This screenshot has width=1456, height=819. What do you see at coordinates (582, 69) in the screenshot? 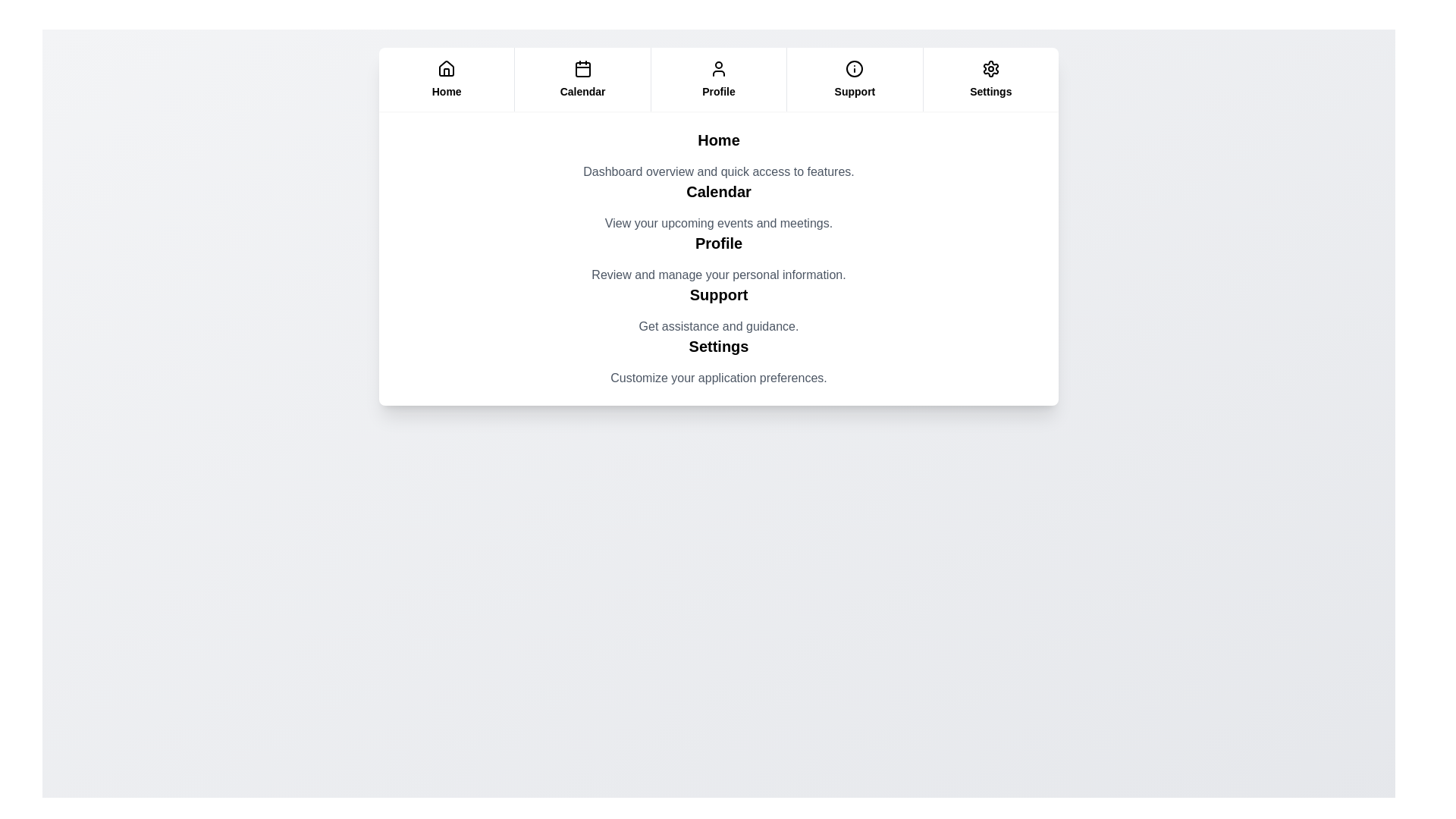
I see `the 'Calendar' icon located in the horizontal menu at the top, which serves as the visual anchor for the Calendar tab` at bounding box center [582, 69].